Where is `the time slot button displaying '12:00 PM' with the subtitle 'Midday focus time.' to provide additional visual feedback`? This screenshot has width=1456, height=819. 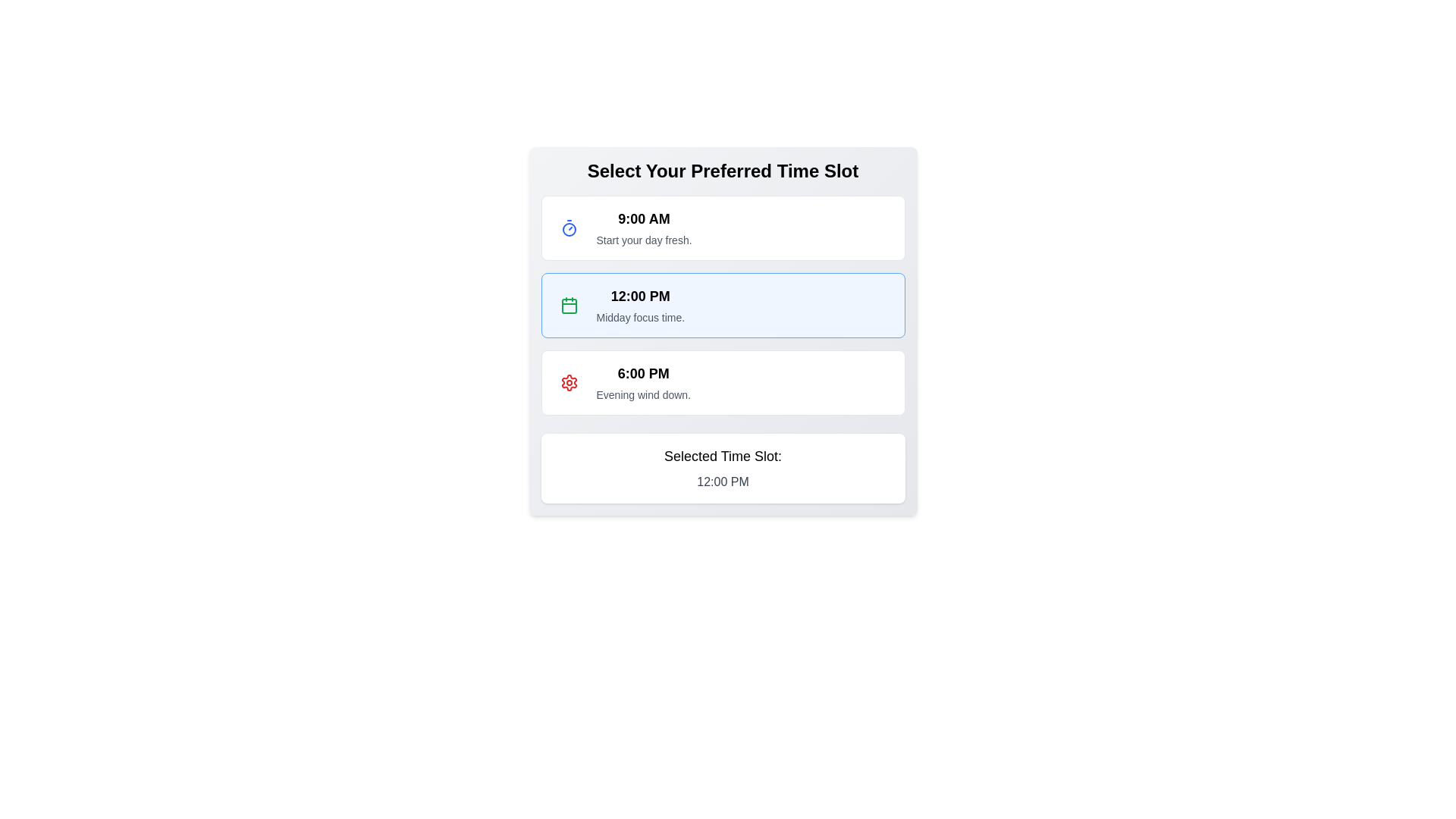
the time slot button displaying '12:00 PM' with the subtitle 'Midday focus time.' to provide additional visual feedback is located at coordinates (640, 305).